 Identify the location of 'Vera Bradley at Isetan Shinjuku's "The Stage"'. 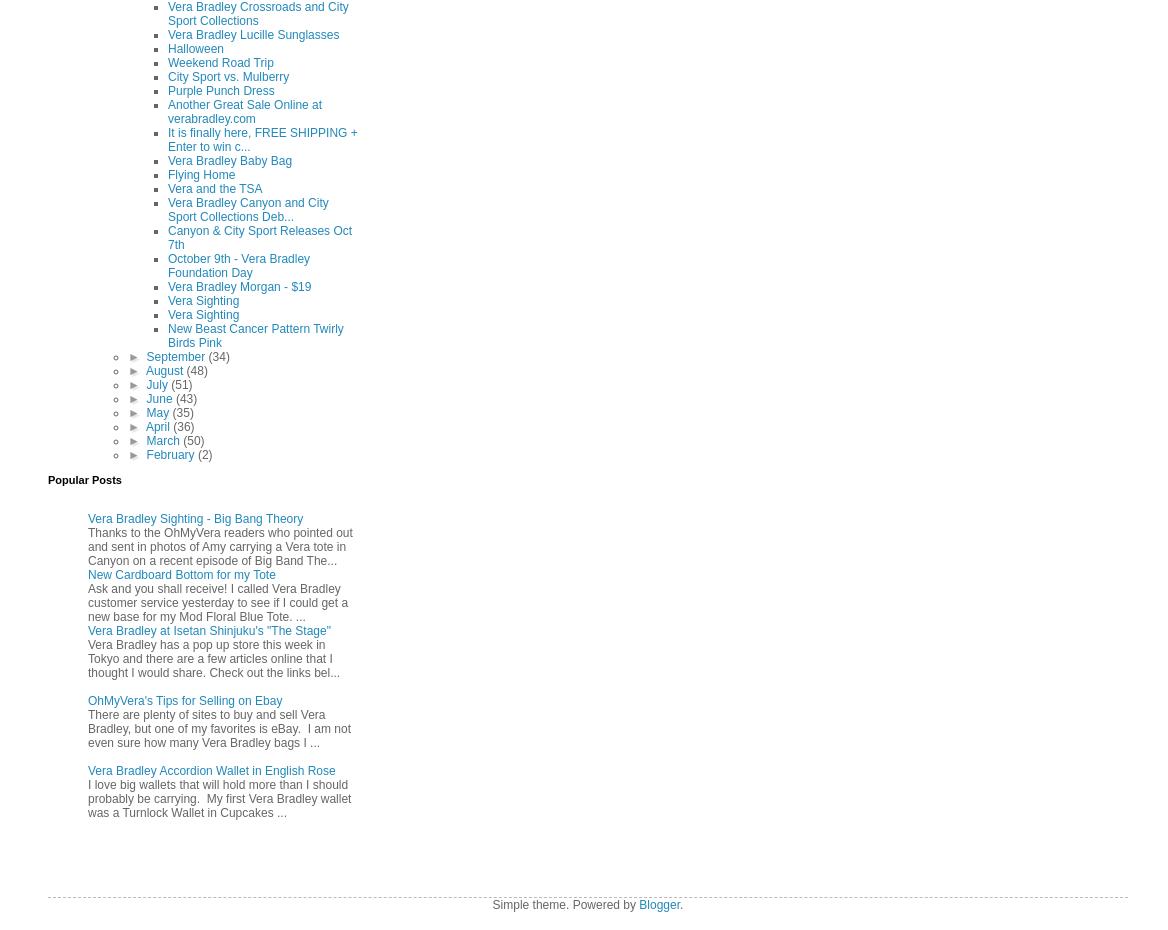
(208, 628).